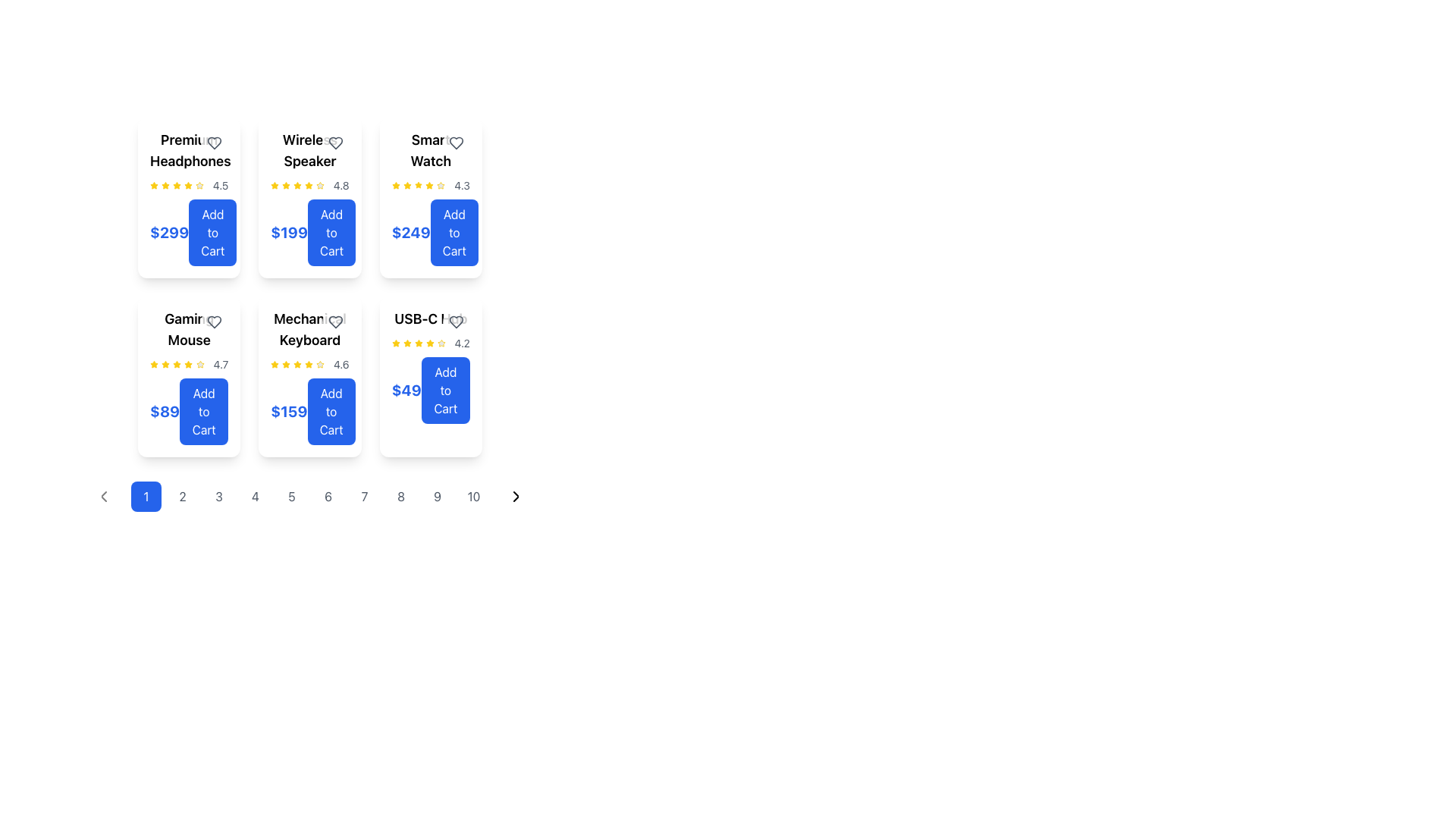 This screenshot has height=819, width=1456. What do you see at coordinates (212, 233) in the screenshot?
I see `the 'Add to Cart' button for the Premium Headphones, located in the top-left card of the grid layout` at bounding box center [212, 233].